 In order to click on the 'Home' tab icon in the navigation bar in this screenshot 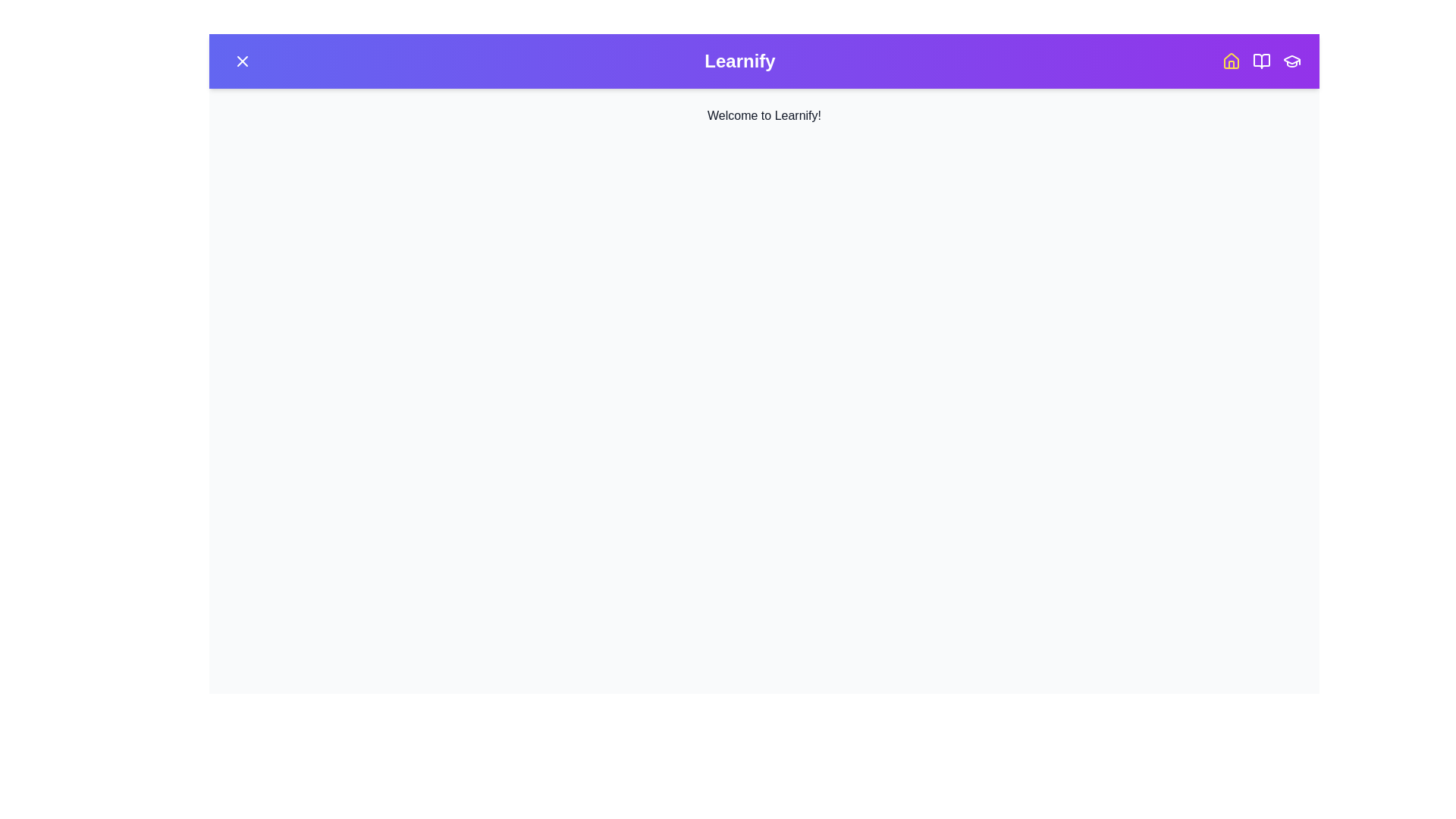, I will do `click(1231, 61)`.